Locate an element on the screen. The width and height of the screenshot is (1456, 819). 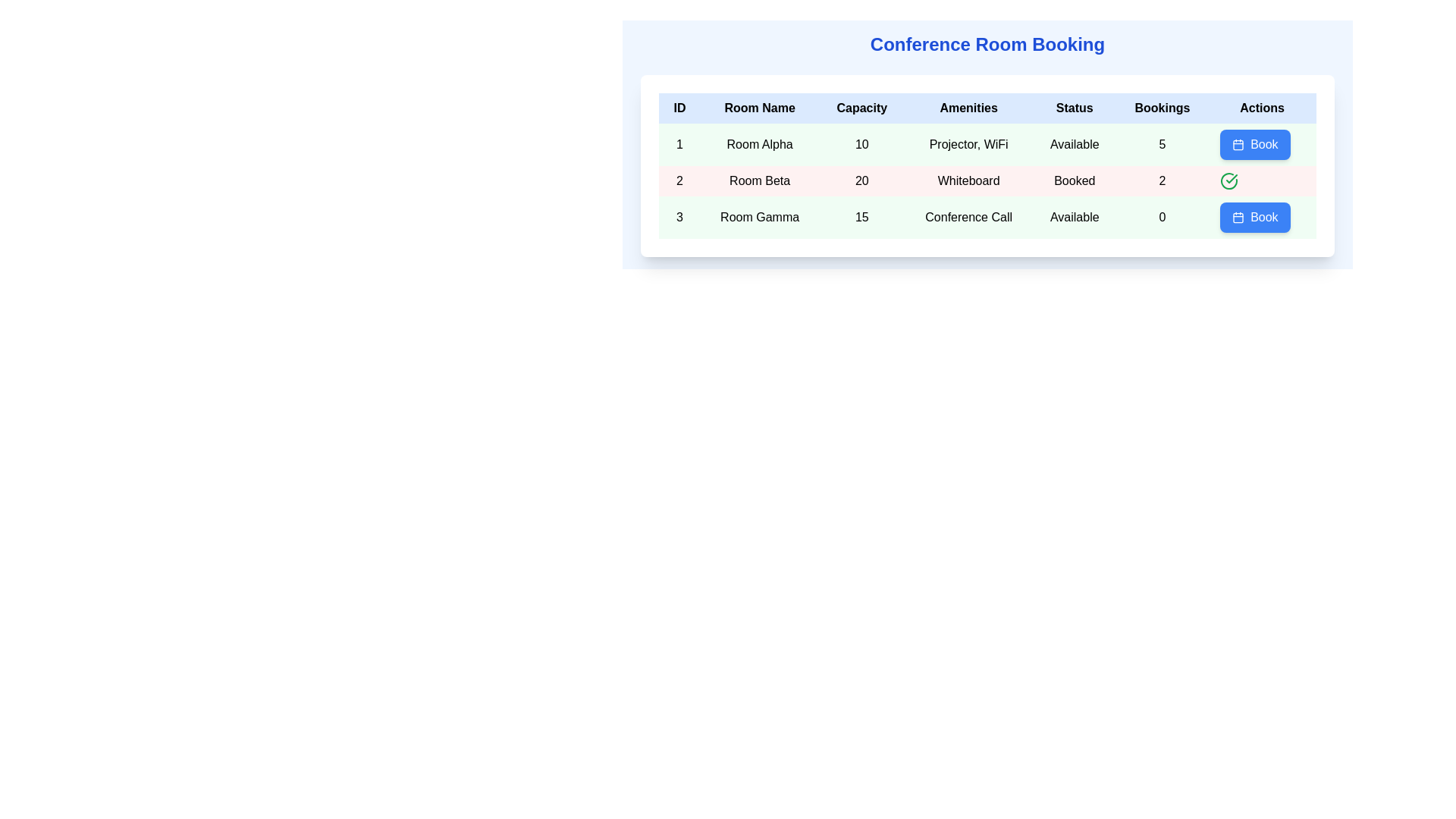
the text label displaying 'Room Alpha' in bold black font, located under the 'Room Name' column in the first row of the table is located at coordinates (760, 145).